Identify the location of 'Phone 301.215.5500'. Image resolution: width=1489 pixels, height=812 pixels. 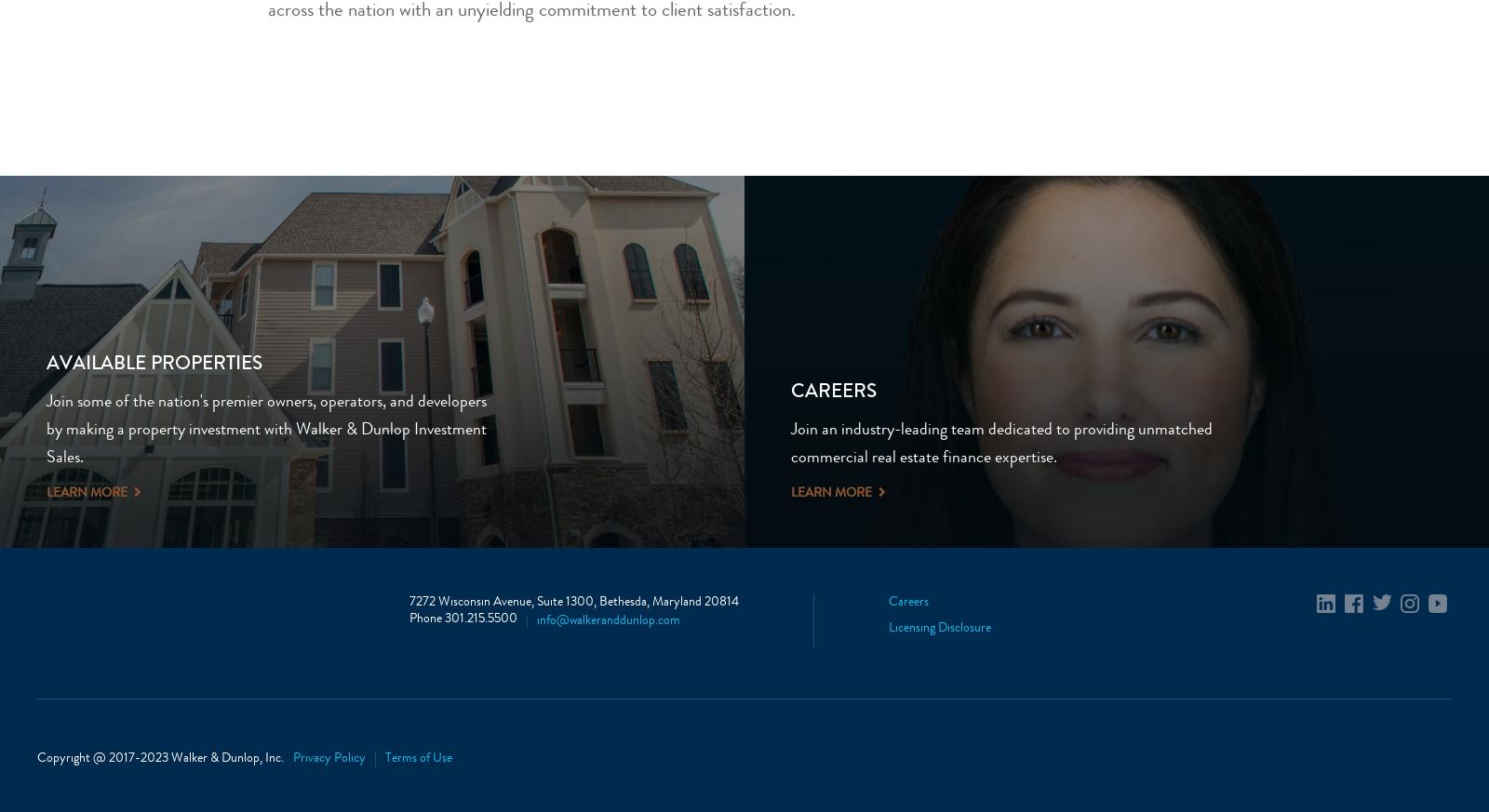
(463, 619).